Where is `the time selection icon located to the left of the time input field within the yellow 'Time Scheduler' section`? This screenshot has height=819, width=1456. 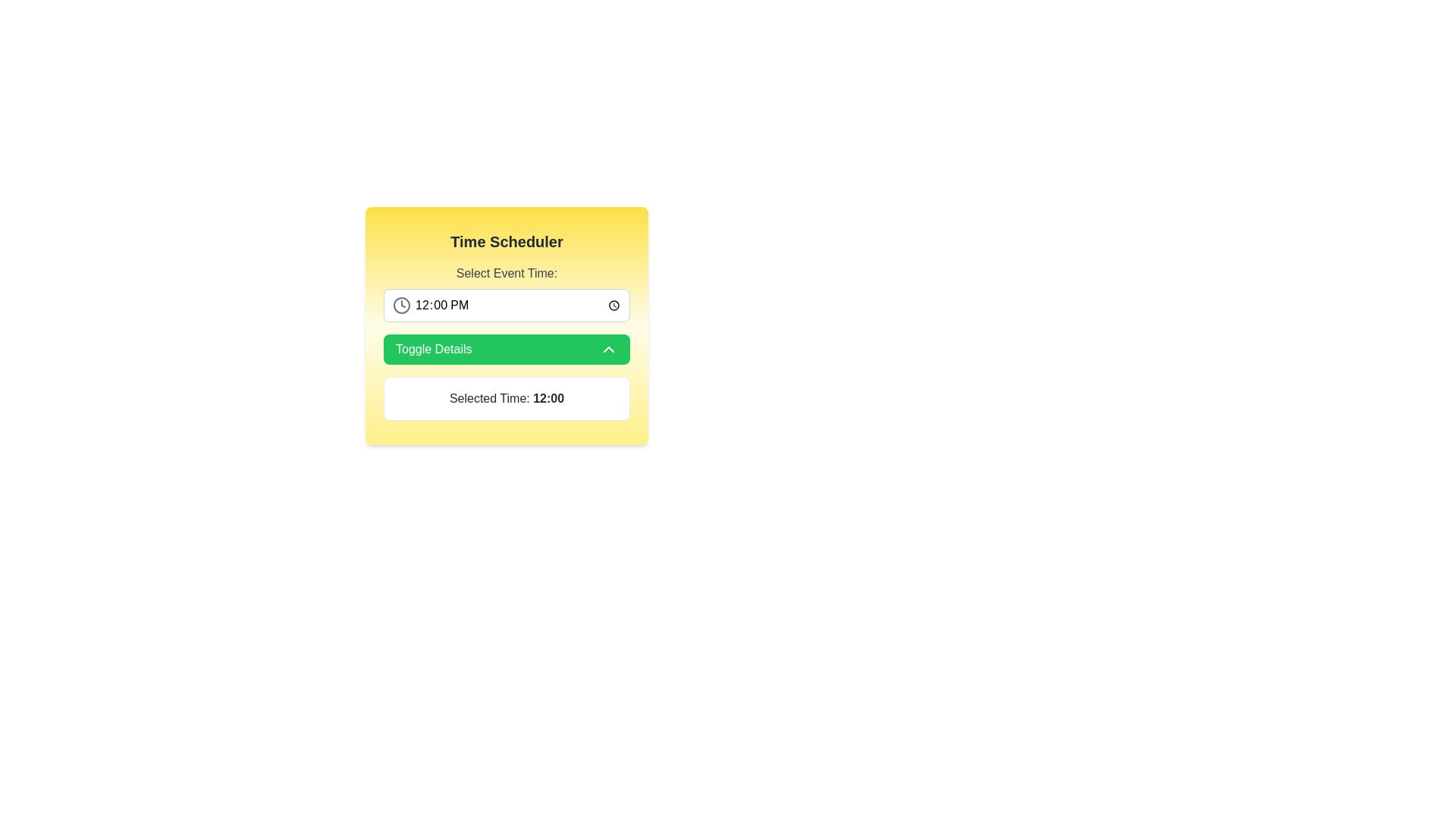 the time selection icon located to the left of the time input field within the yellow 'Time Scheduler' section is located at coordinates (401, 305).